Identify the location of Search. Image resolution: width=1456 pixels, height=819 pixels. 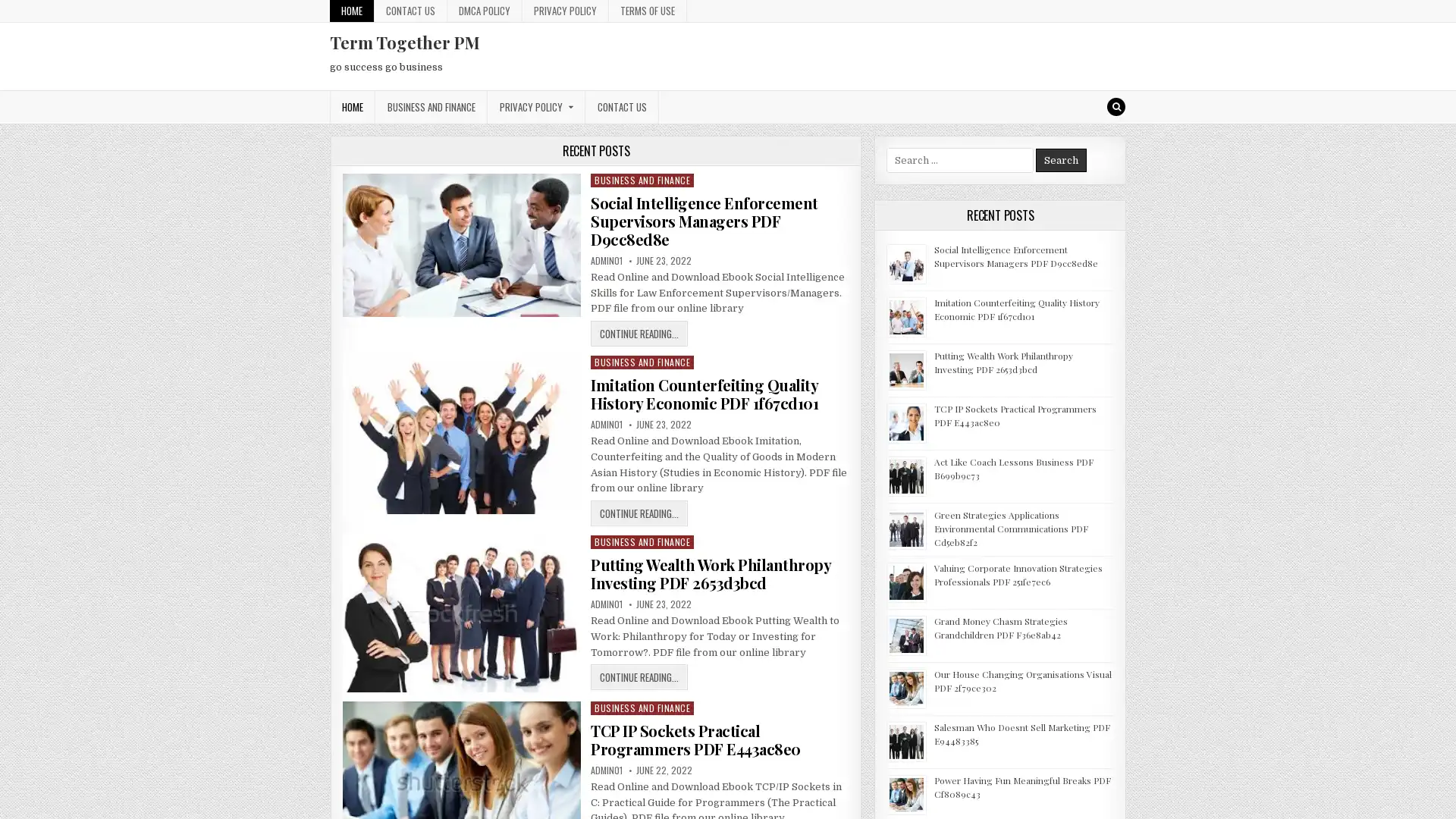
(1060, 160).